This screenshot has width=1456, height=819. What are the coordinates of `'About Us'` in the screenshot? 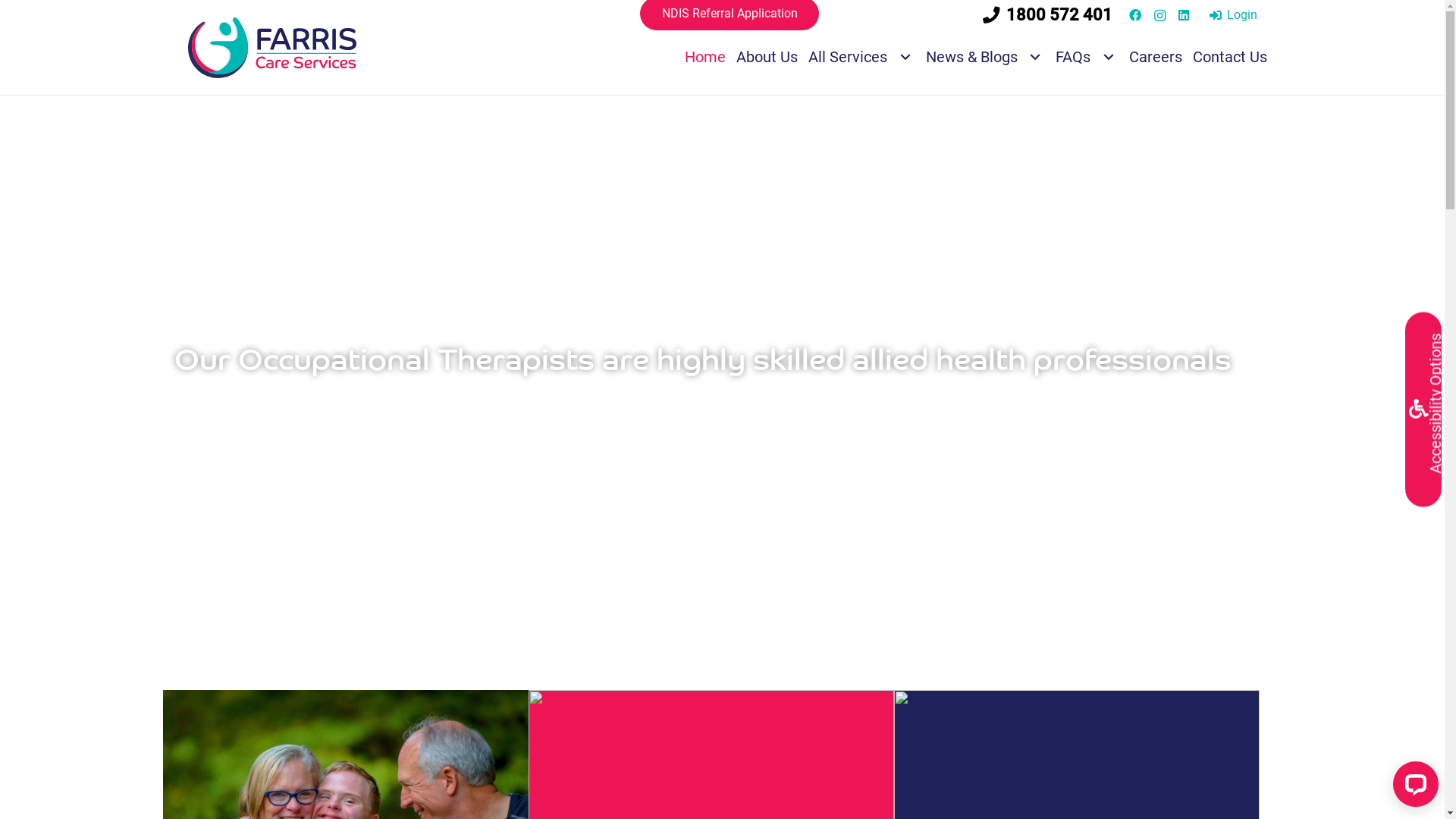 It's located at (767, 55).